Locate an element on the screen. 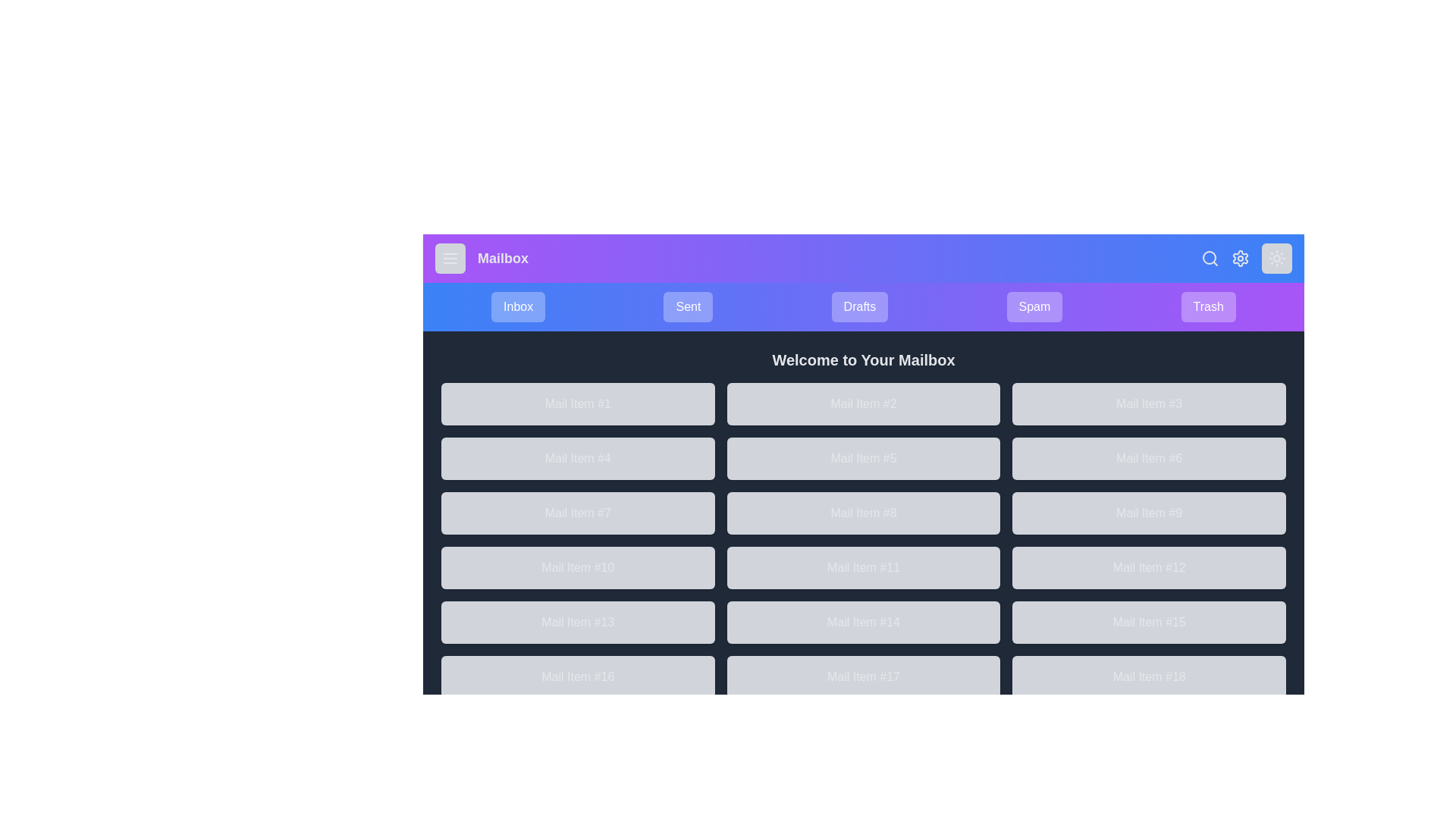  the navigation or action element Sent is located at coordinates (687, 307).